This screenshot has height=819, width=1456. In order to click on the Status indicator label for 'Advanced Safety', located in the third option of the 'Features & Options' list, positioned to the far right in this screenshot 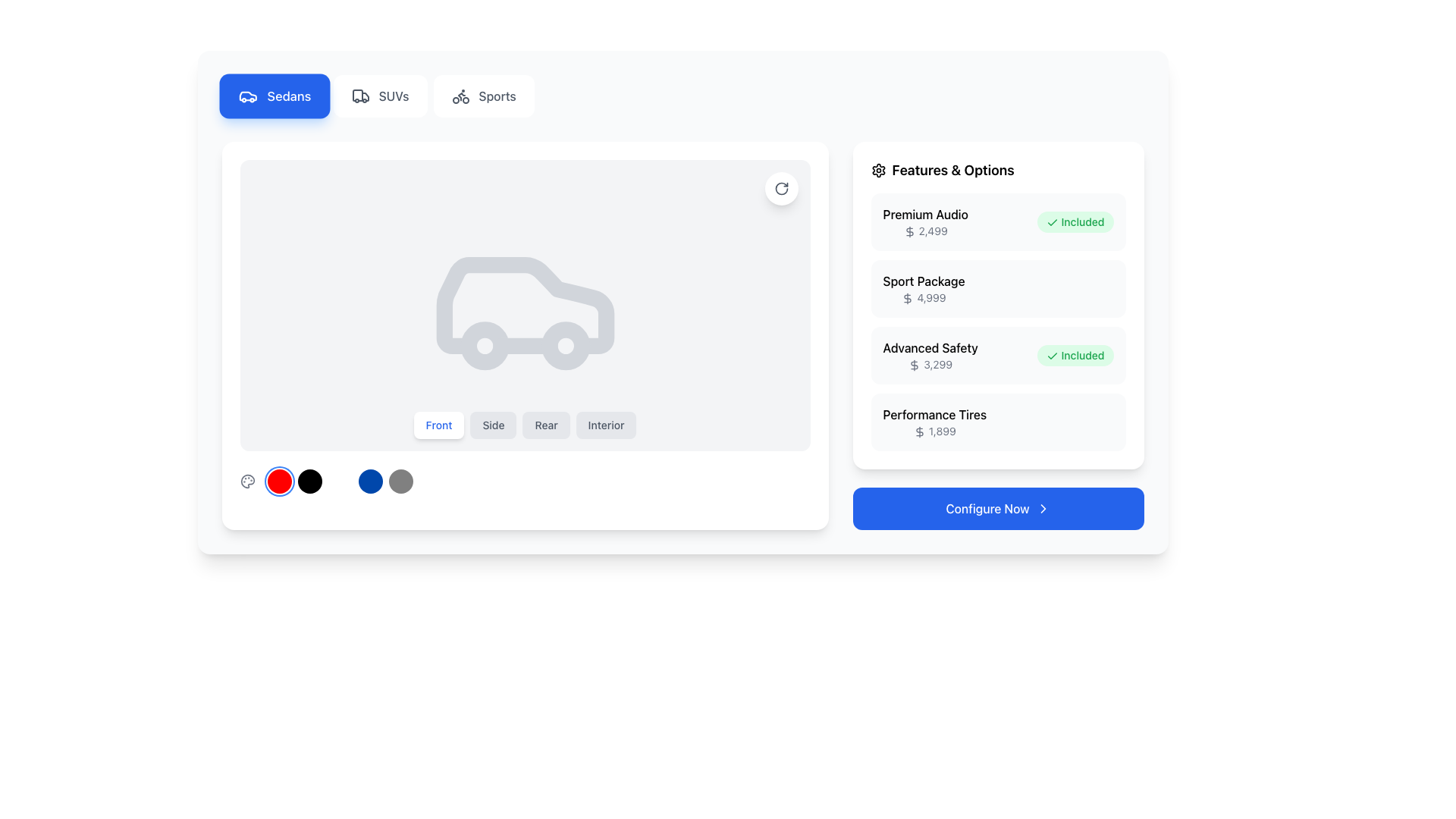, I will do `click(1075, 356)`.